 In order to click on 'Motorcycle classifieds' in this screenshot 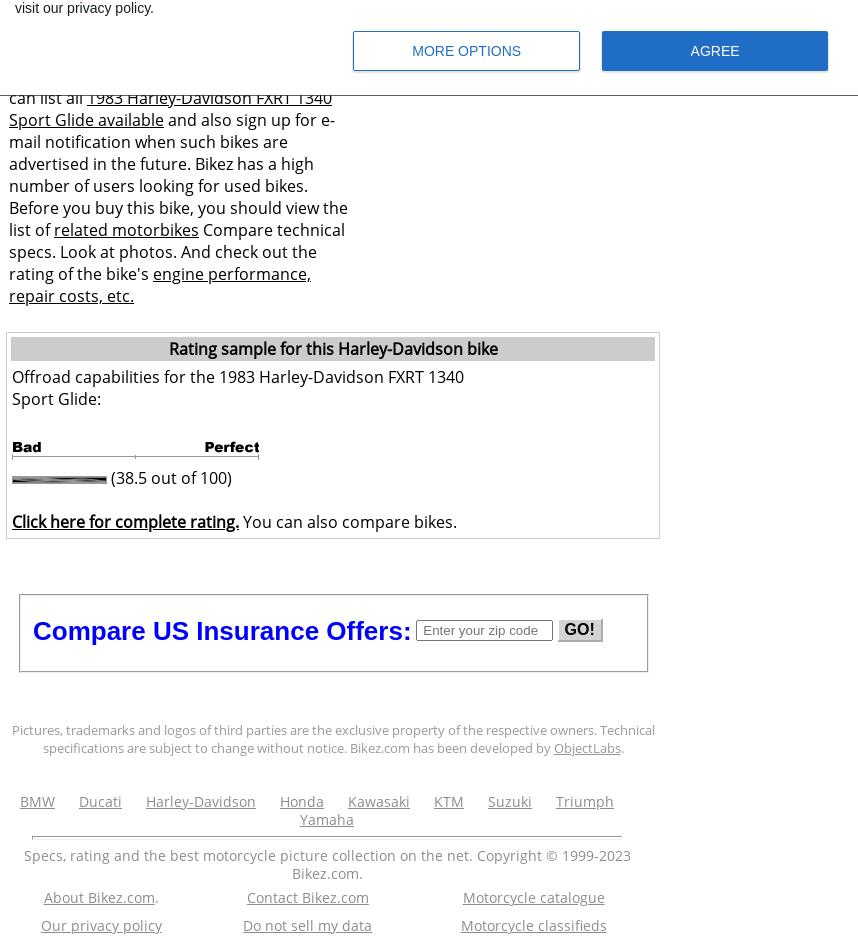, I will do `click(459, 925)`.